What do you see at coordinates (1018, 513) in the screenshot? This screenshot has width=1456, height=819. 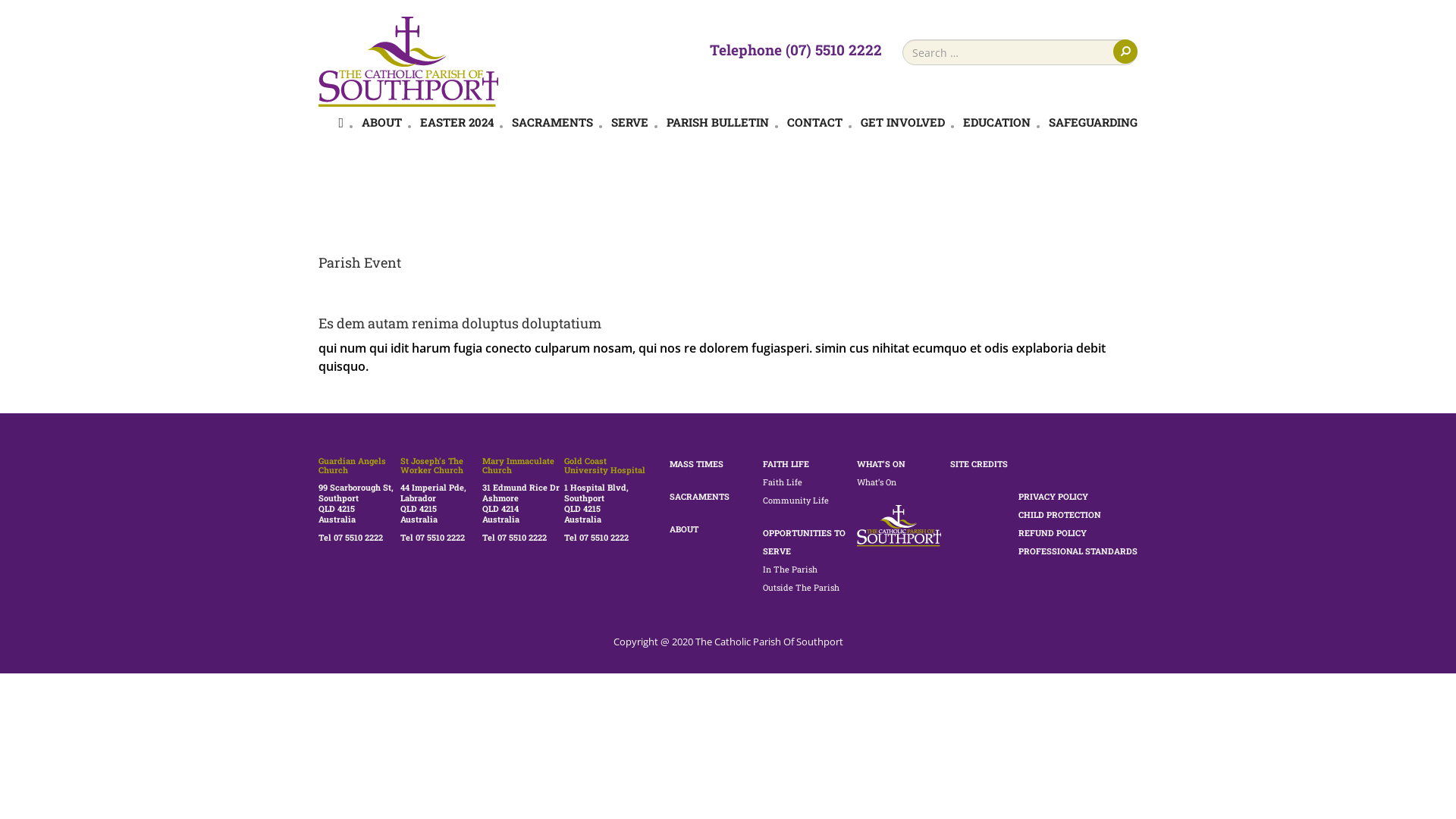 I see `'CHILD PROTECTION'` at bounding box center [1018, 513].